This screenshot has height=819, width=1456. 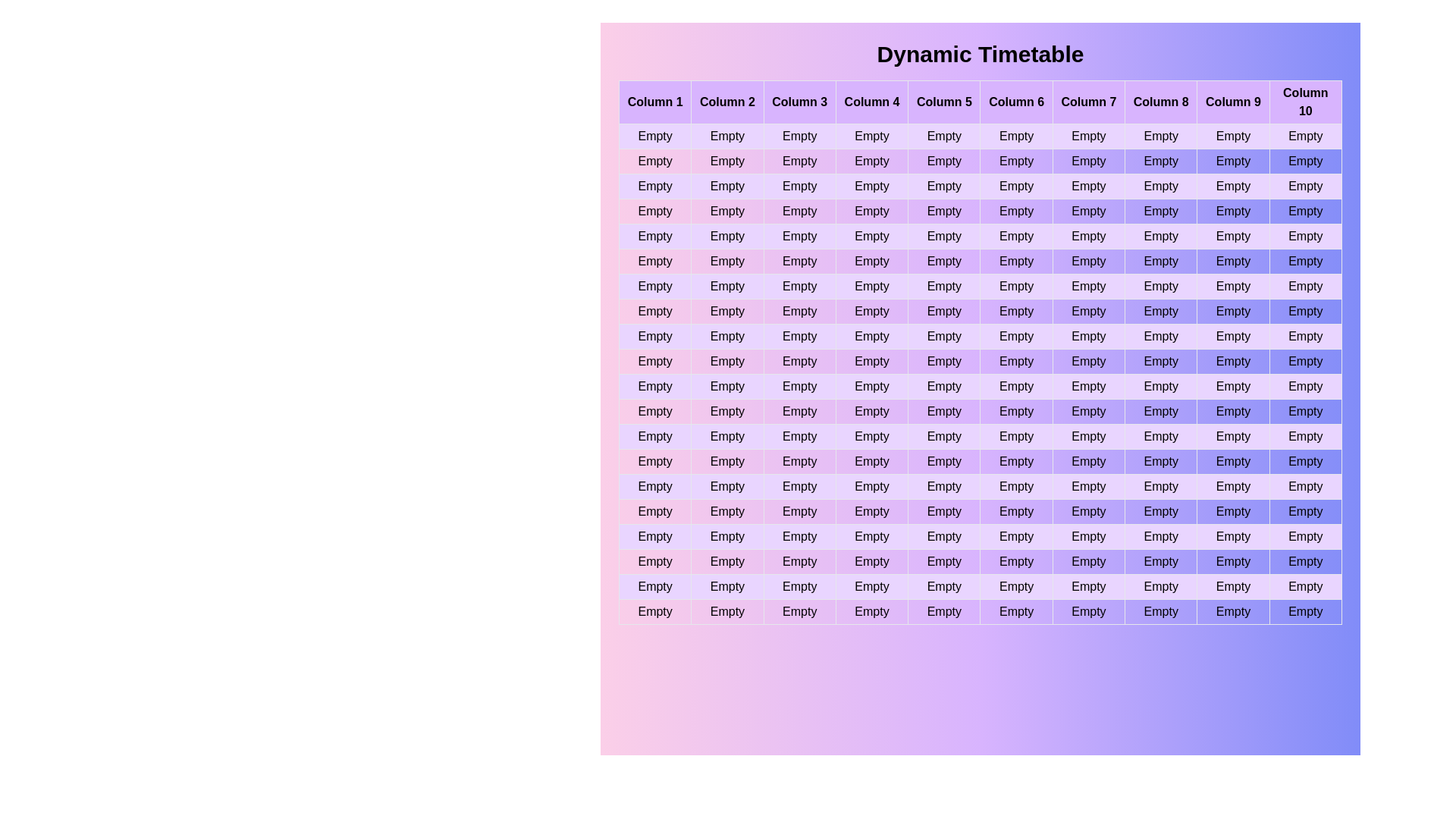 What do you see at coordinates (655, 102) in the screenshot?
I see `the cell in the timetable to open the context menu` at bounding box center [655, 102].